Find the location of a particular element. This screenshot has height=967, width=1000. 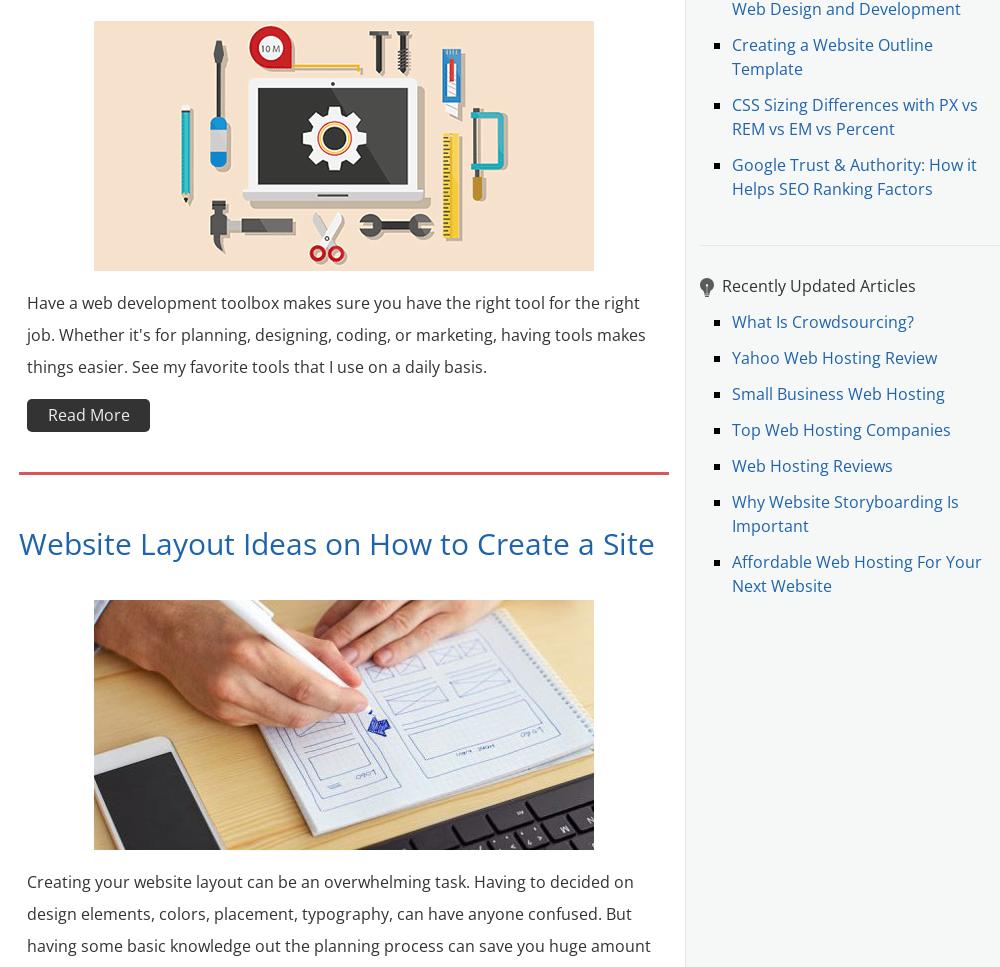

'Affordable Web Hosting For Your Next Website' is located at coordinates (856, 573).